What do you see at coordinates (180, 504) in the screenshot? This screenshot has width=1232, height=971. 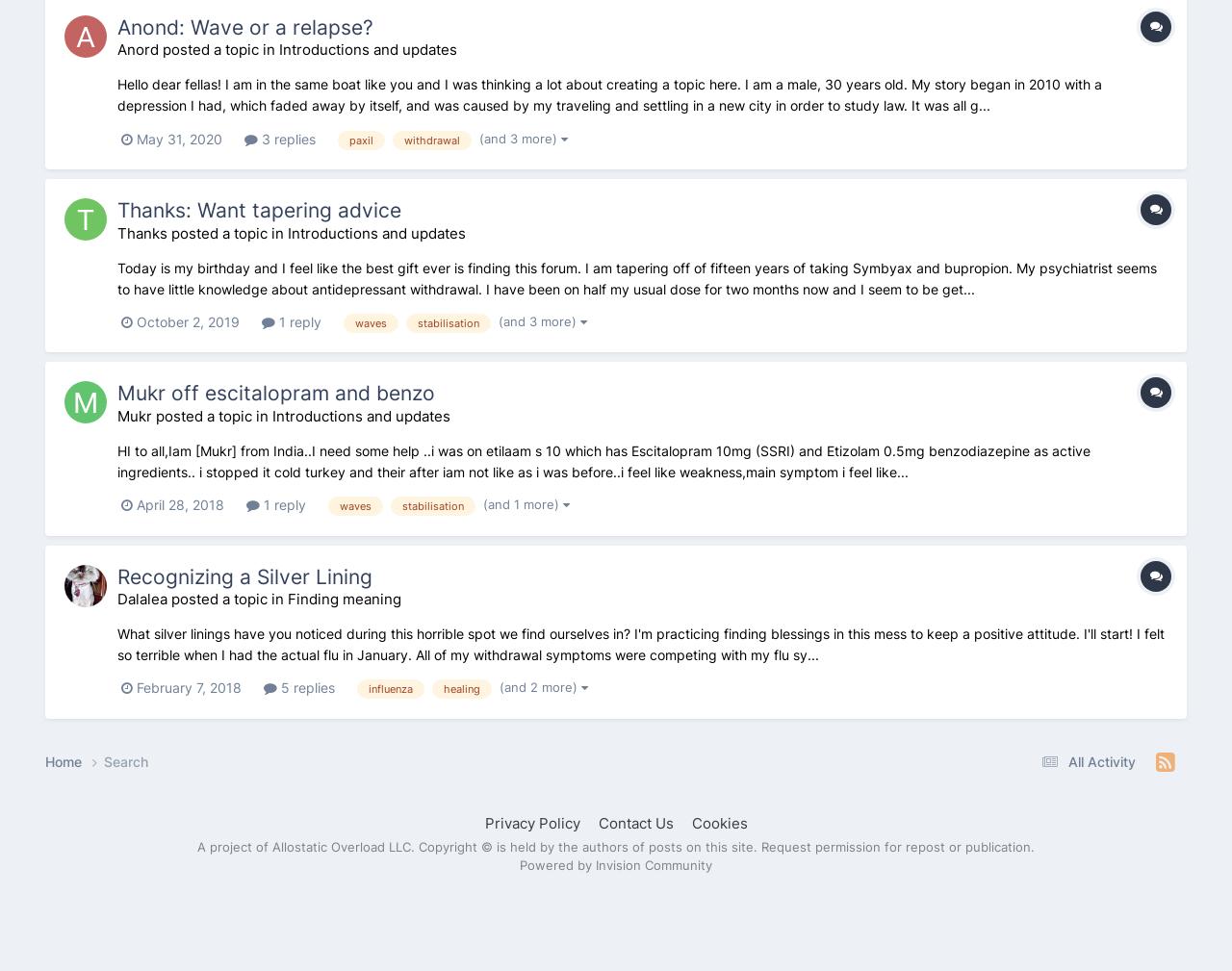 I see `'April 28, 2018'` at bounding box center [180, 504].